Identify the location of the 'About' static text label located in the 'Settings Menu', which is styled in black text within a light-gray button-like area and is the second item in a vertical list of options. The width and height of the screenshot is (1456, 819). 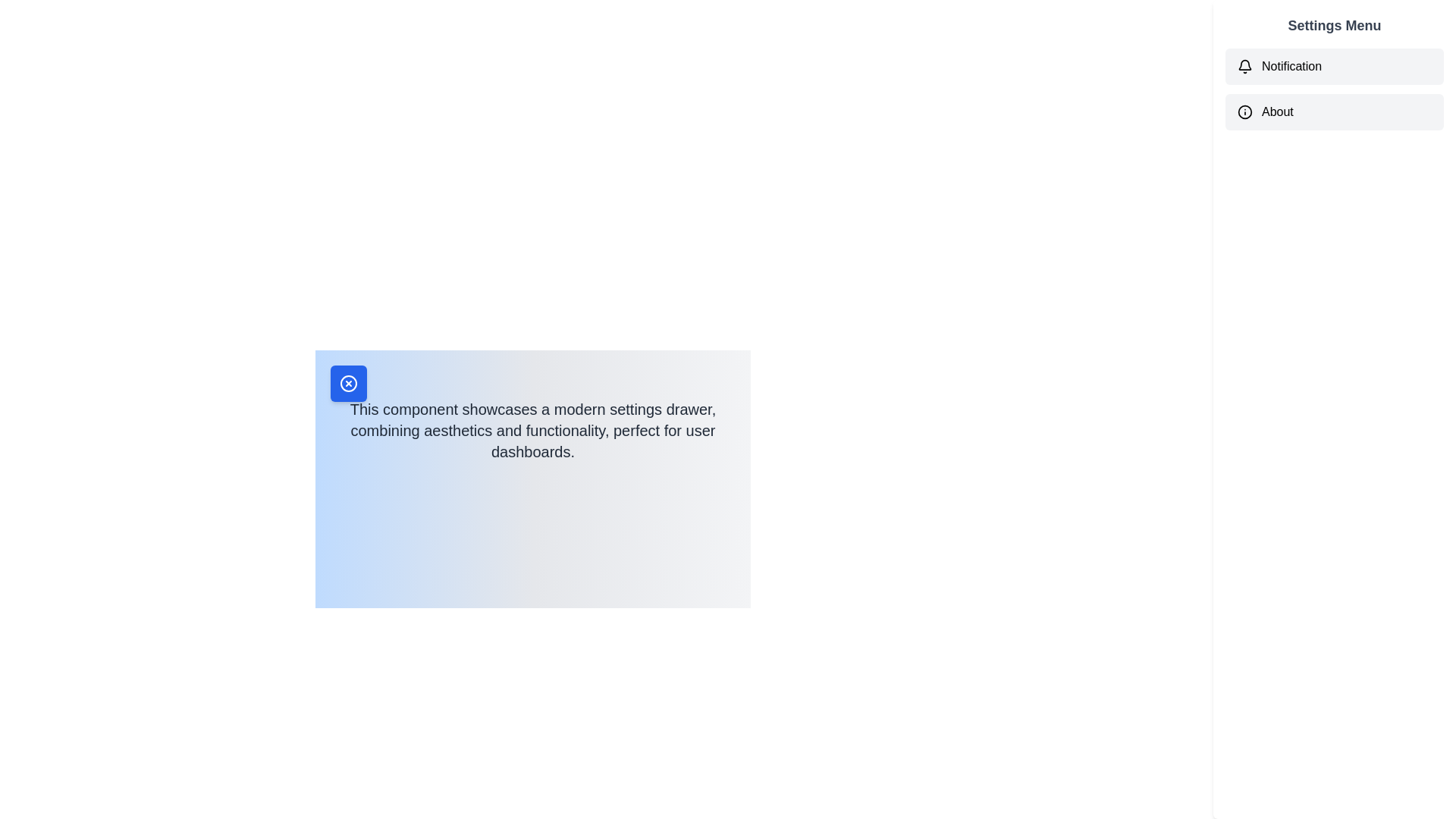
(1276, 111).